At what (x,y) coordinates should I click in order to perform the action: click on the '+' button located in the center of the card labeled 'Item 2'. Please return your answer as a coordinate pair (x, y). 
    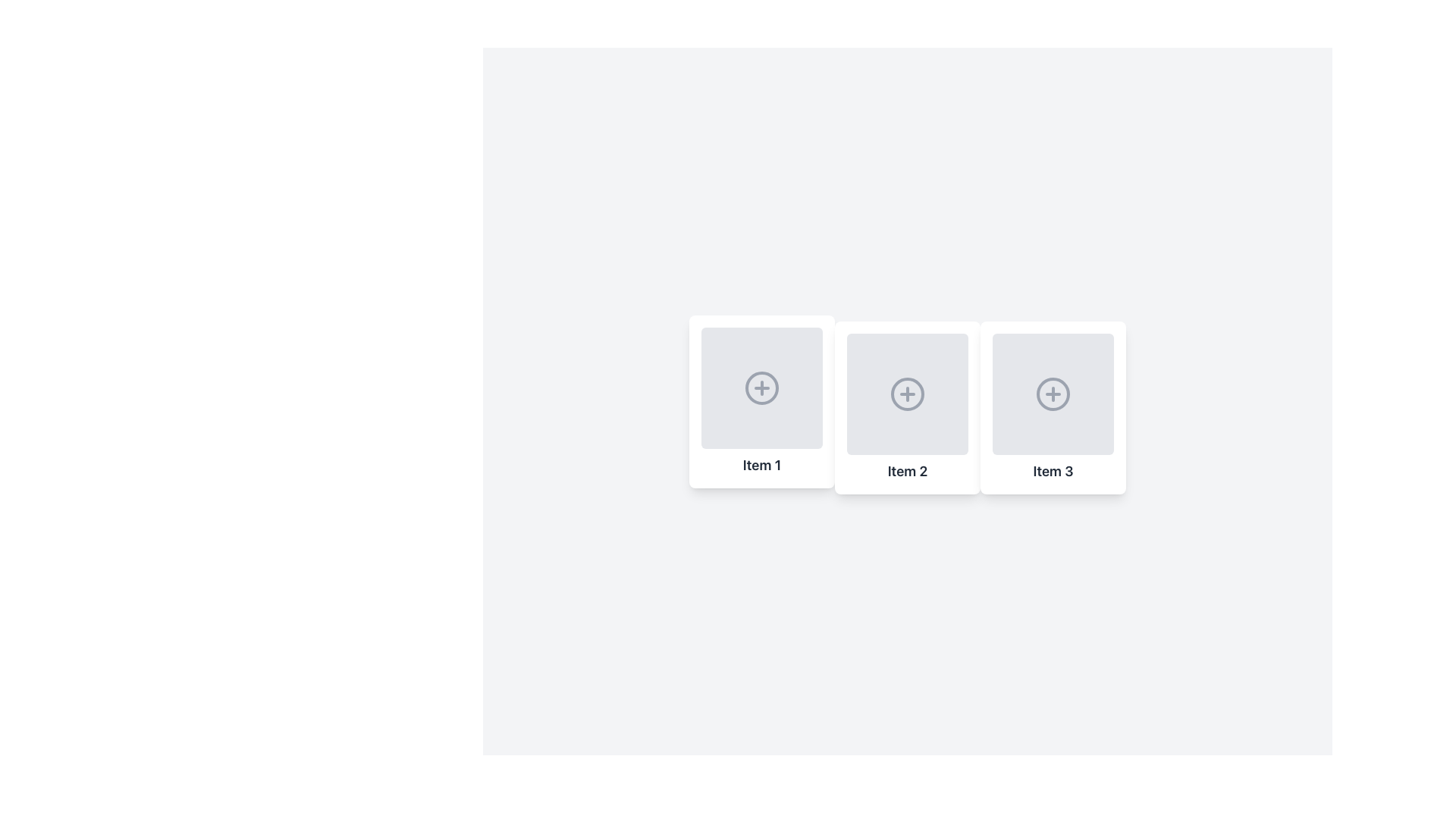
    Looking at the image, I should click on (907, 393).